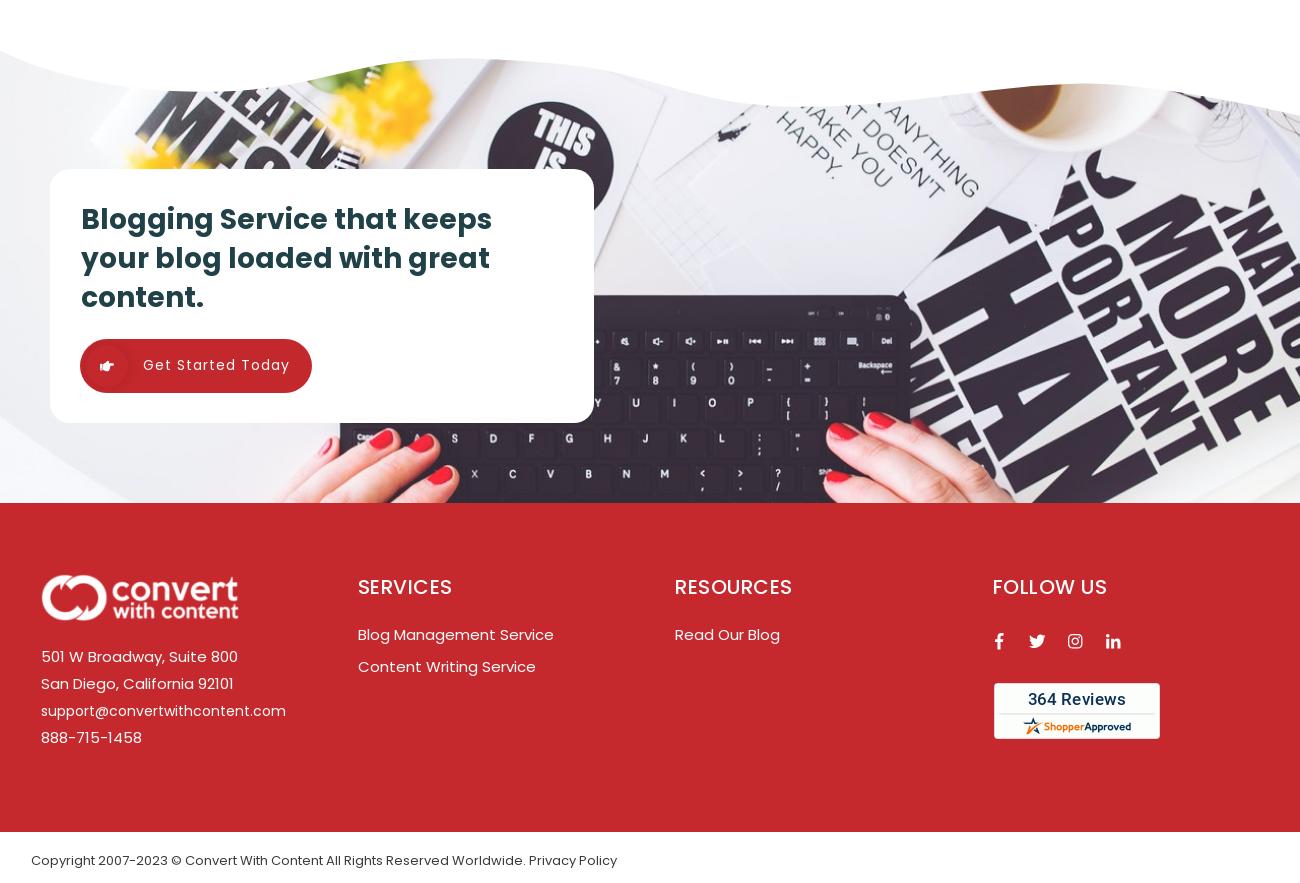  I want to click on '501 W Broadway, Suite 800', so click(39, 654).